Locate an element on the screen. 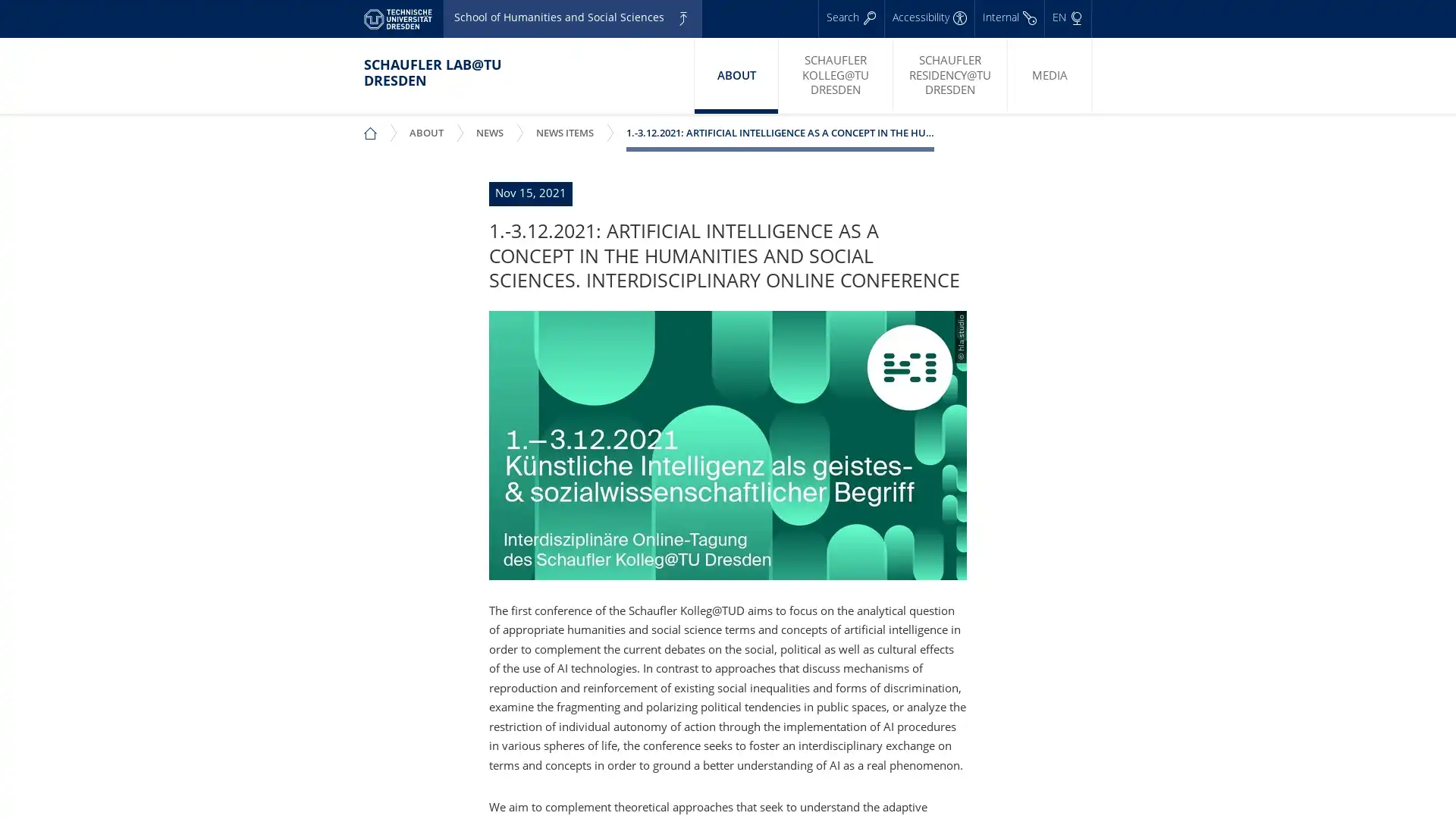 Image resolution: width=1456 pixels, height=819 pixels. Show submenu is located at coordinates (504, 122).